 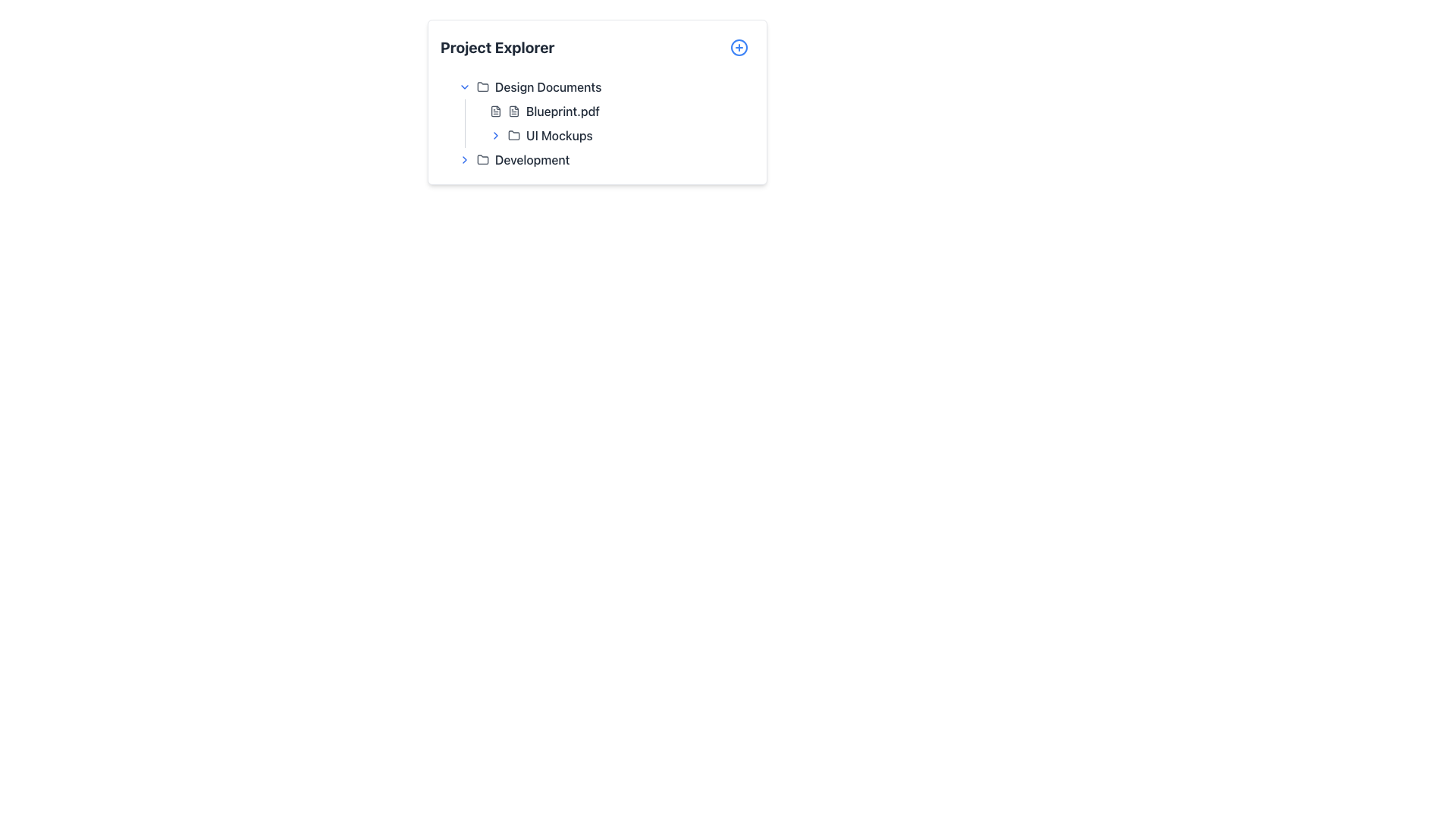 I want to click on the folder icon representing the 'Design Documents' directory in the project explorer layout, so click(x=482, y=86).